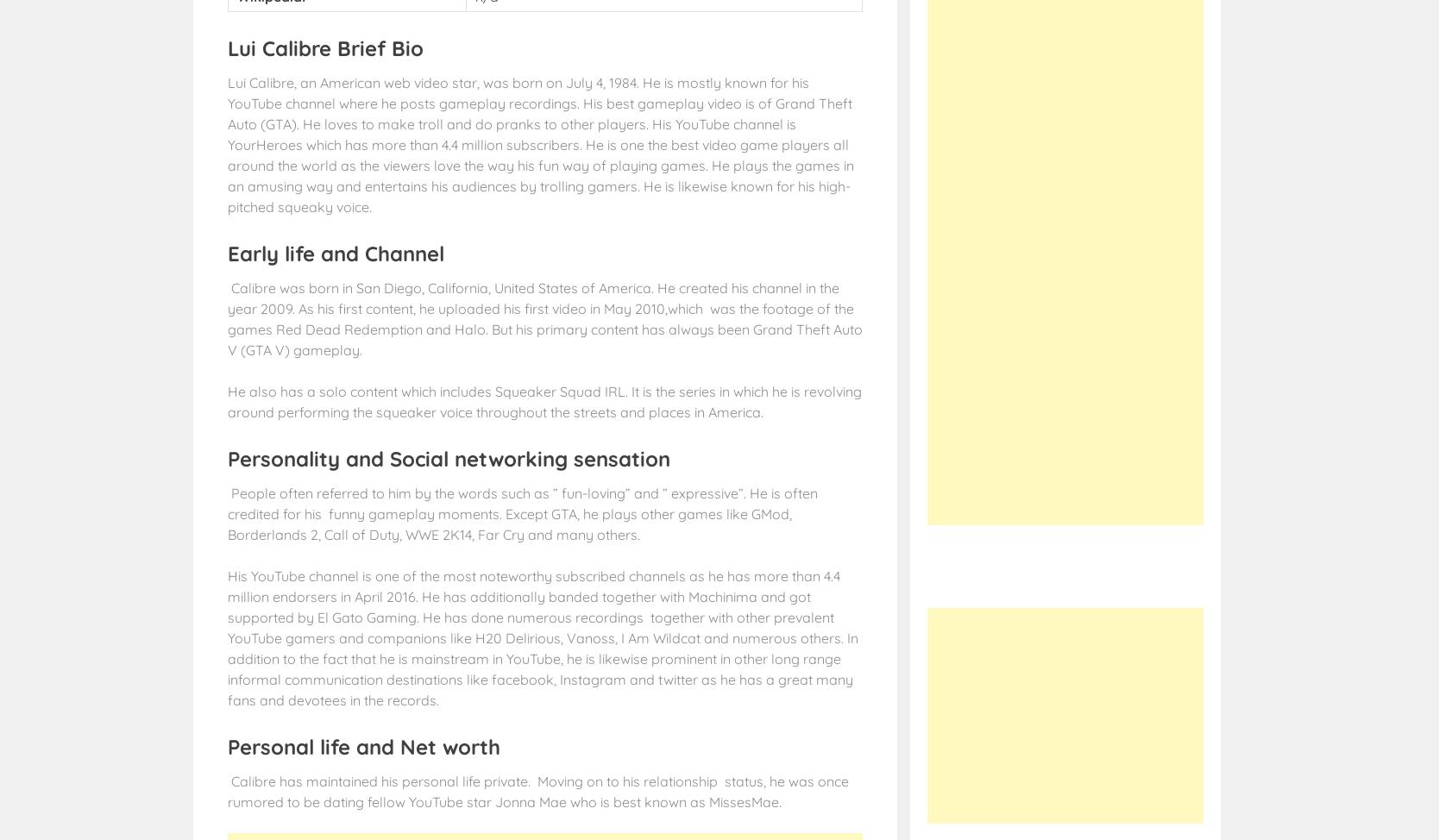 The image size is (1439, 840). Describe the element at coordinates (542, 636) in the screenshot. I see `'His YouTube channel is one of the most noteworthy subscribed channels as he has more than 4.4 million endorsers in April 2016. He has additionally banded together with Machinima and got supported by El Gato Gaming. He has done numerous recordings  together with other prevalent YouTube gamers and companions like H20 Delirious, Vanoss, I Am Wildcat and numerous others. In addition to the fact that he is mainstream in YouTube, he is likewise prominent in other long range informal communication destinations like facebook, Instagram and twitter as he has a great many fans and devotees in the records.'` at that location.